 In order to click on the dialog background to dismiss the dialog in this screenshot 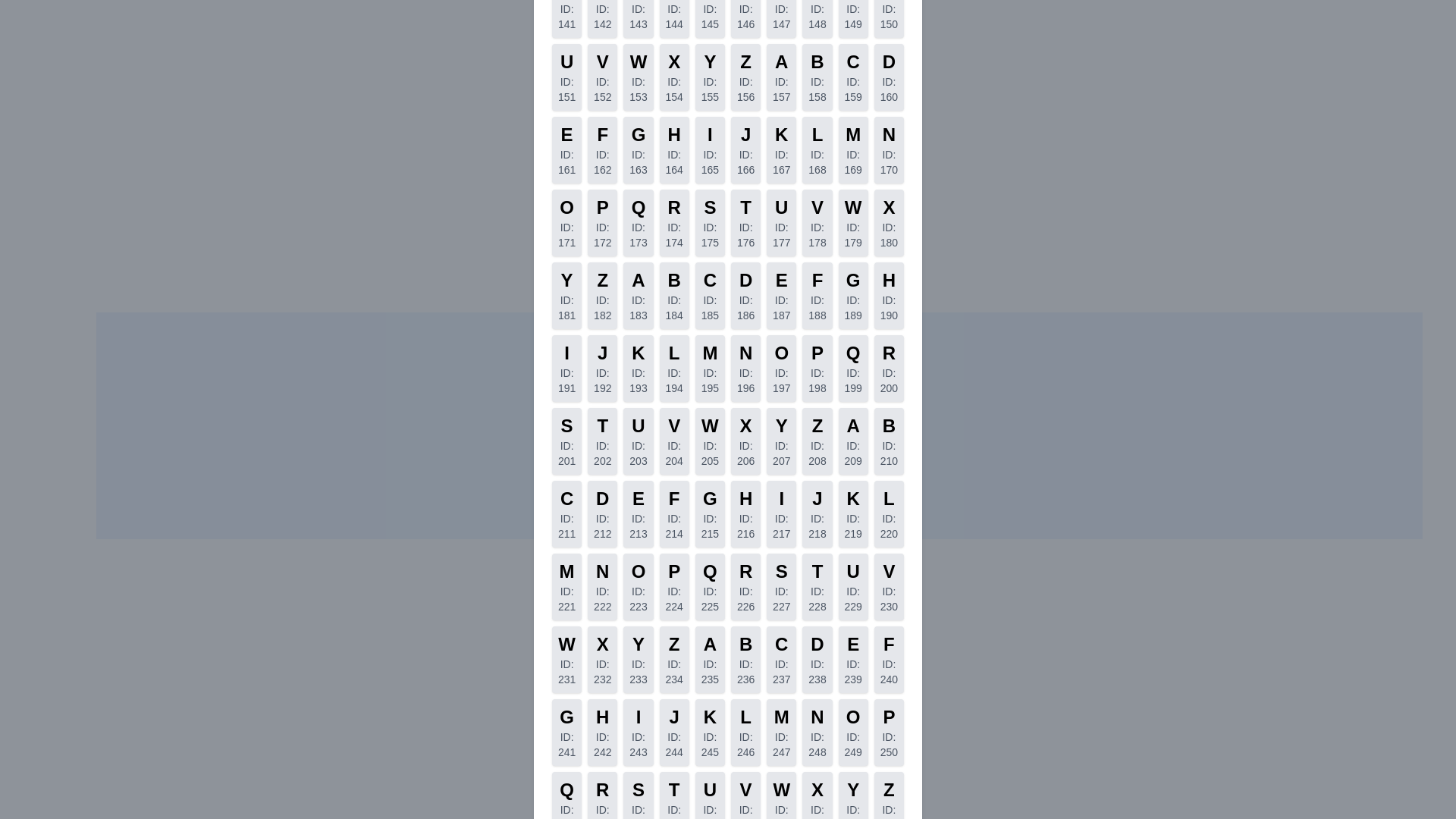, I will do `click(728, 409)`.